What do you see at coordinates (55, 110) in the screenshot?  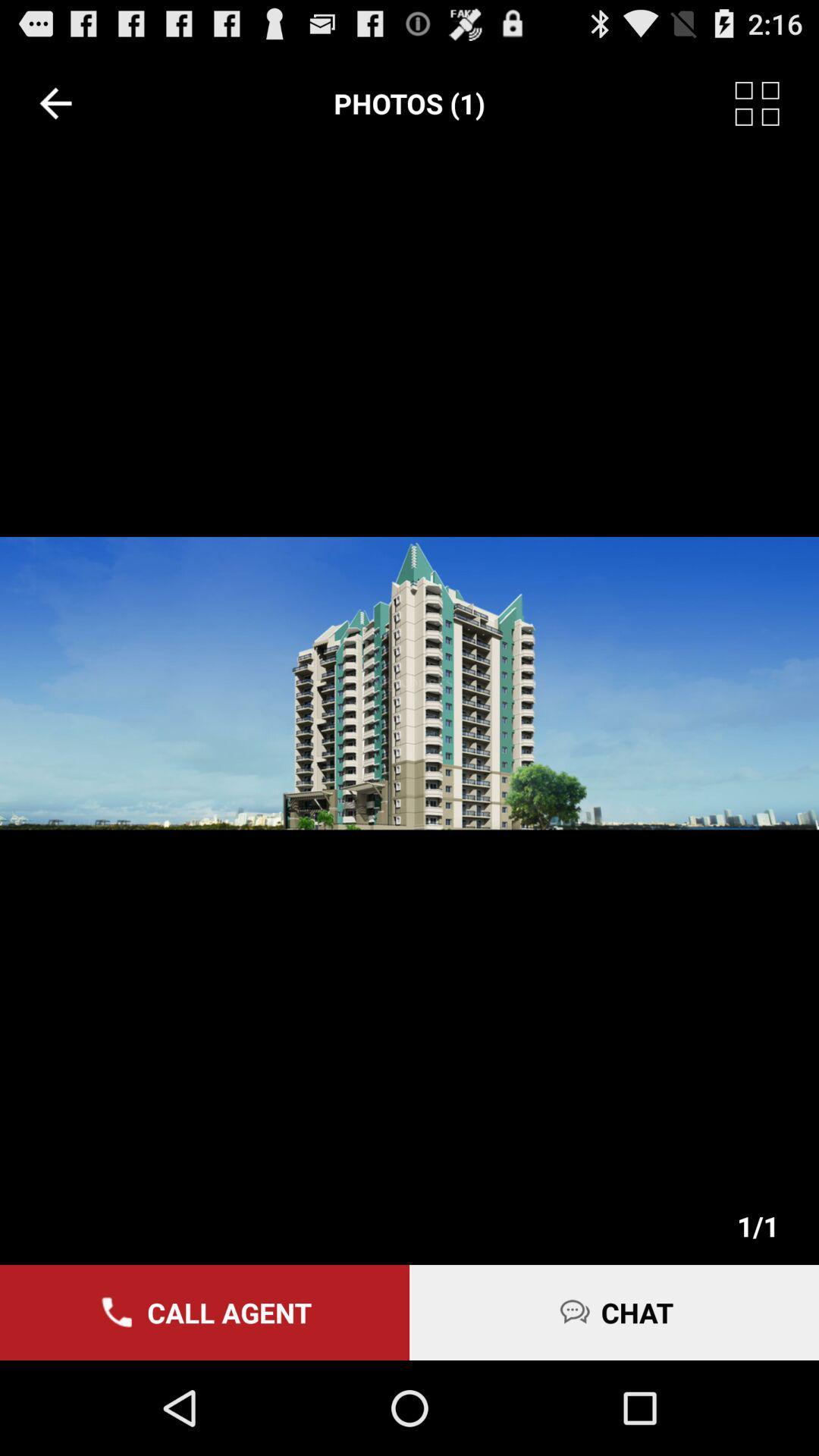 I see `the arrow_backward icon` at bounding box center [55, 110].